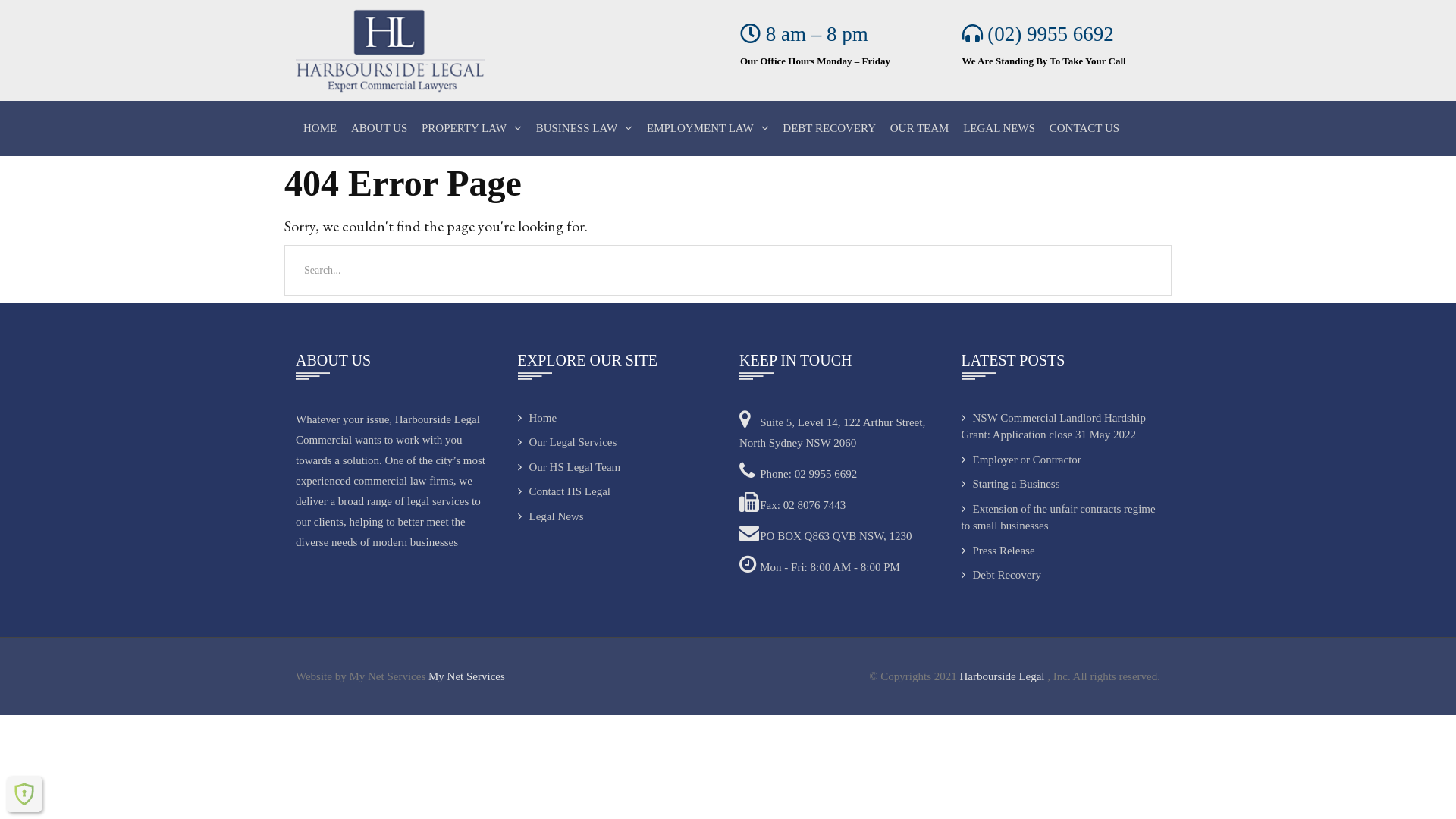 This screenshot has height=819, width=1456. What do you see at coordinates (466, 675) in the screenshot?
I see `'My Net Services'` at bounding box center [466, 675].